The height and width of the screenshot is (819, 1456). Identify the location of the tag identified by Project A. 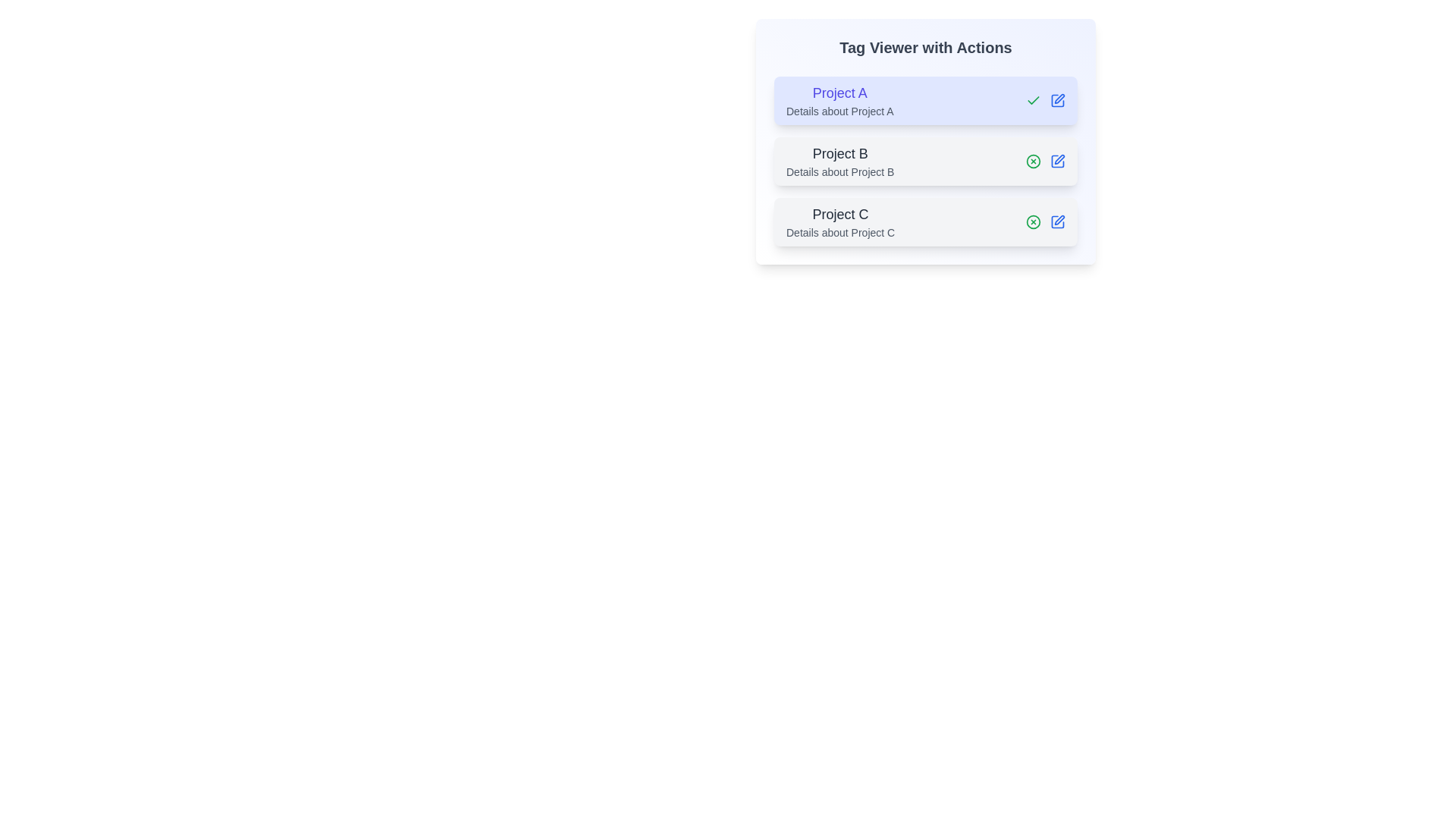
(1033, 100).